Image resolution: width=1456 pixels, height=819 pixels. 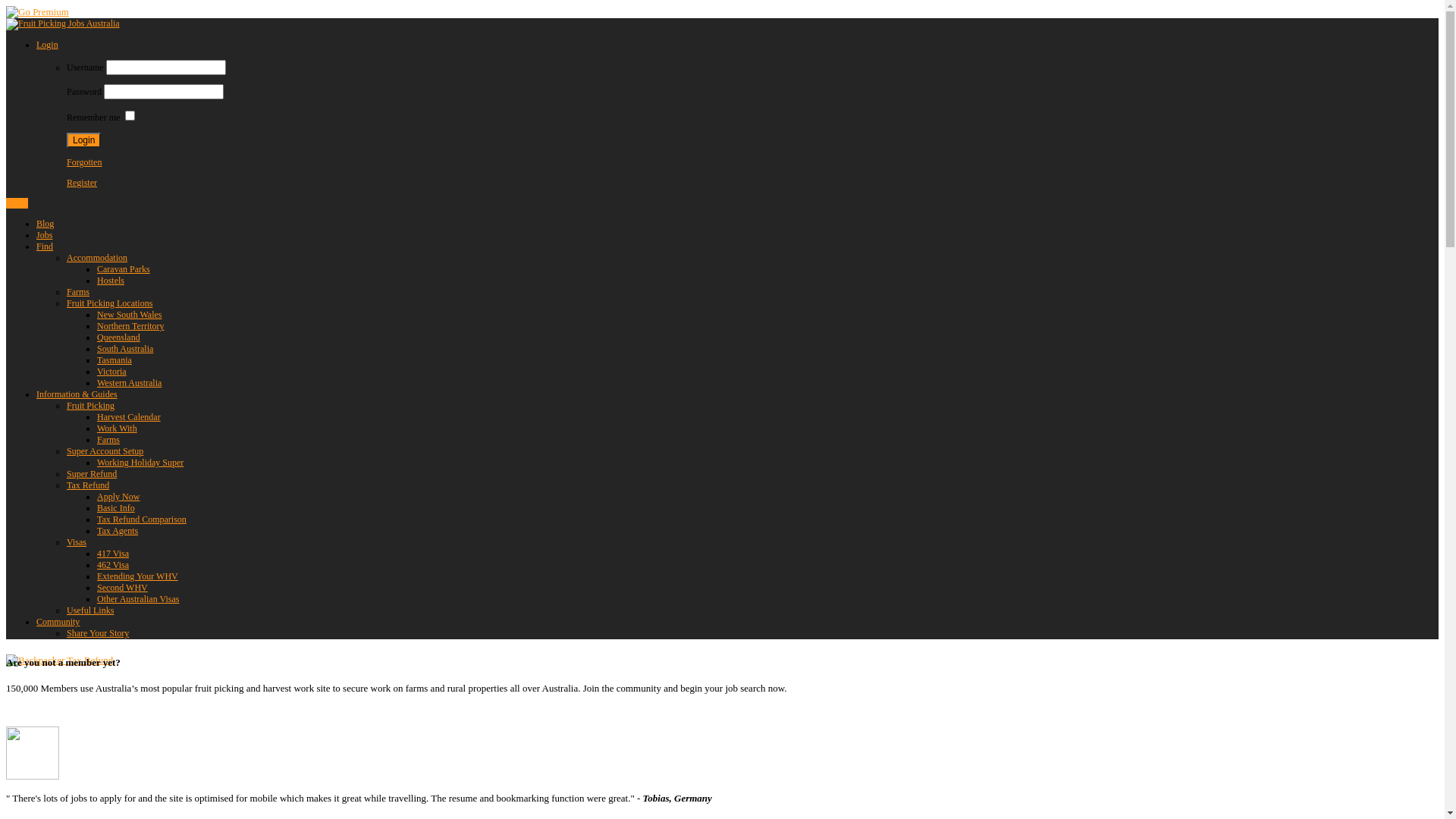 I want to click on 'Farms', so click(x=96, y=439).